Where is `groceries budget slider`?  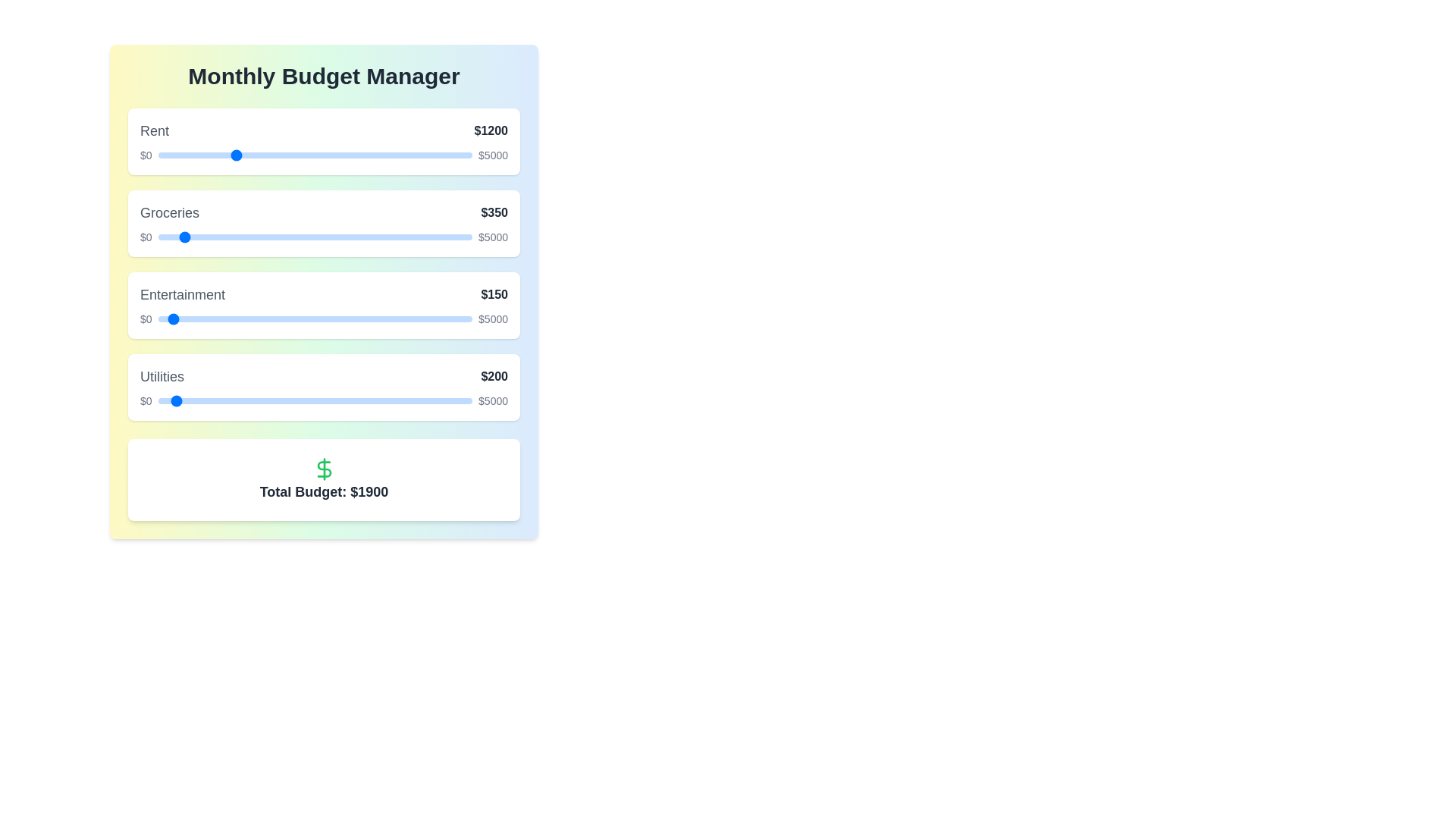 groceries budget slider is located at coordinates (234, 237).